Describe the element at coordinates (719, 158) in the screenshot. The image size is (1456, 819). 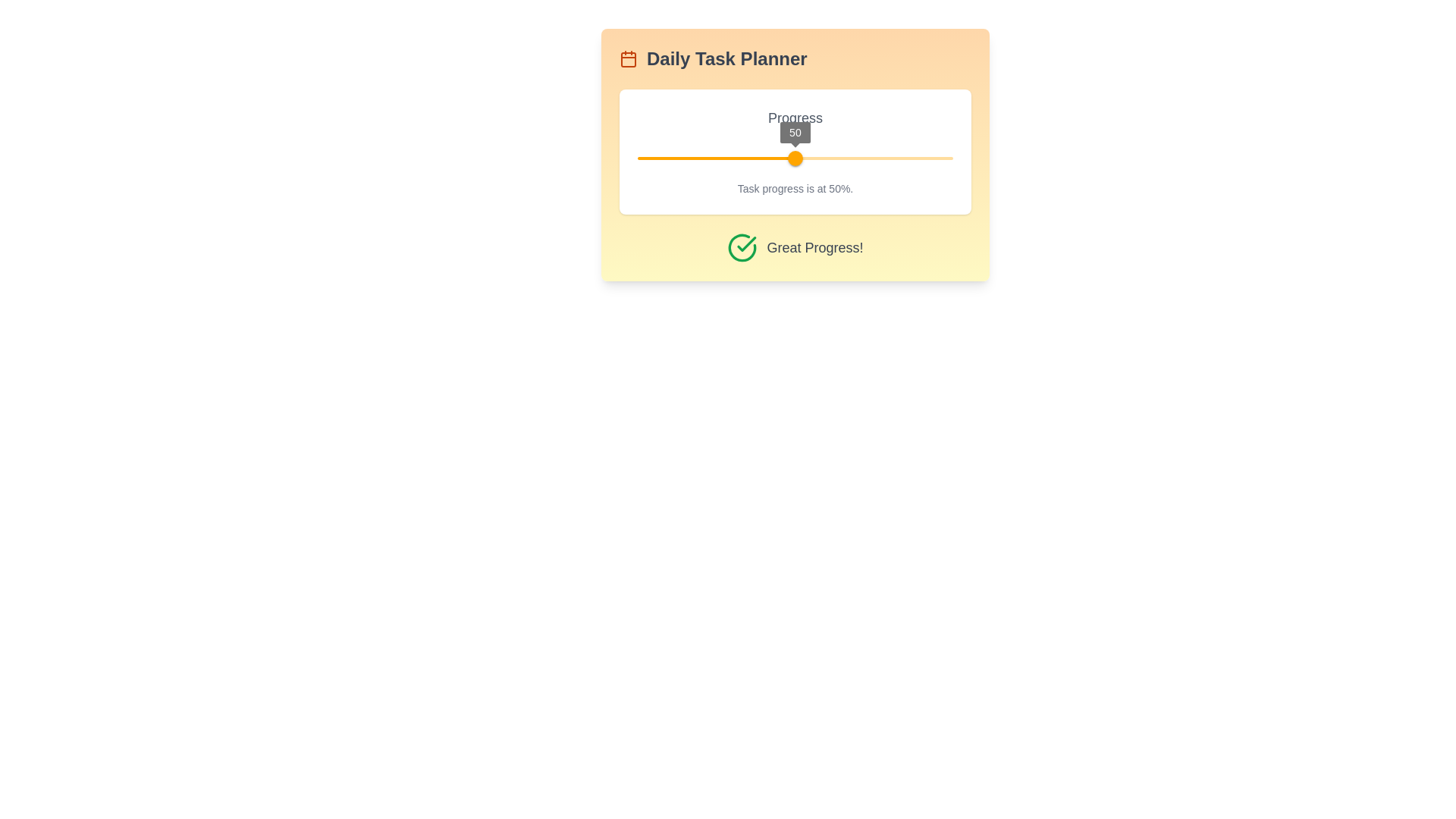
I see `the progress value` at that location.